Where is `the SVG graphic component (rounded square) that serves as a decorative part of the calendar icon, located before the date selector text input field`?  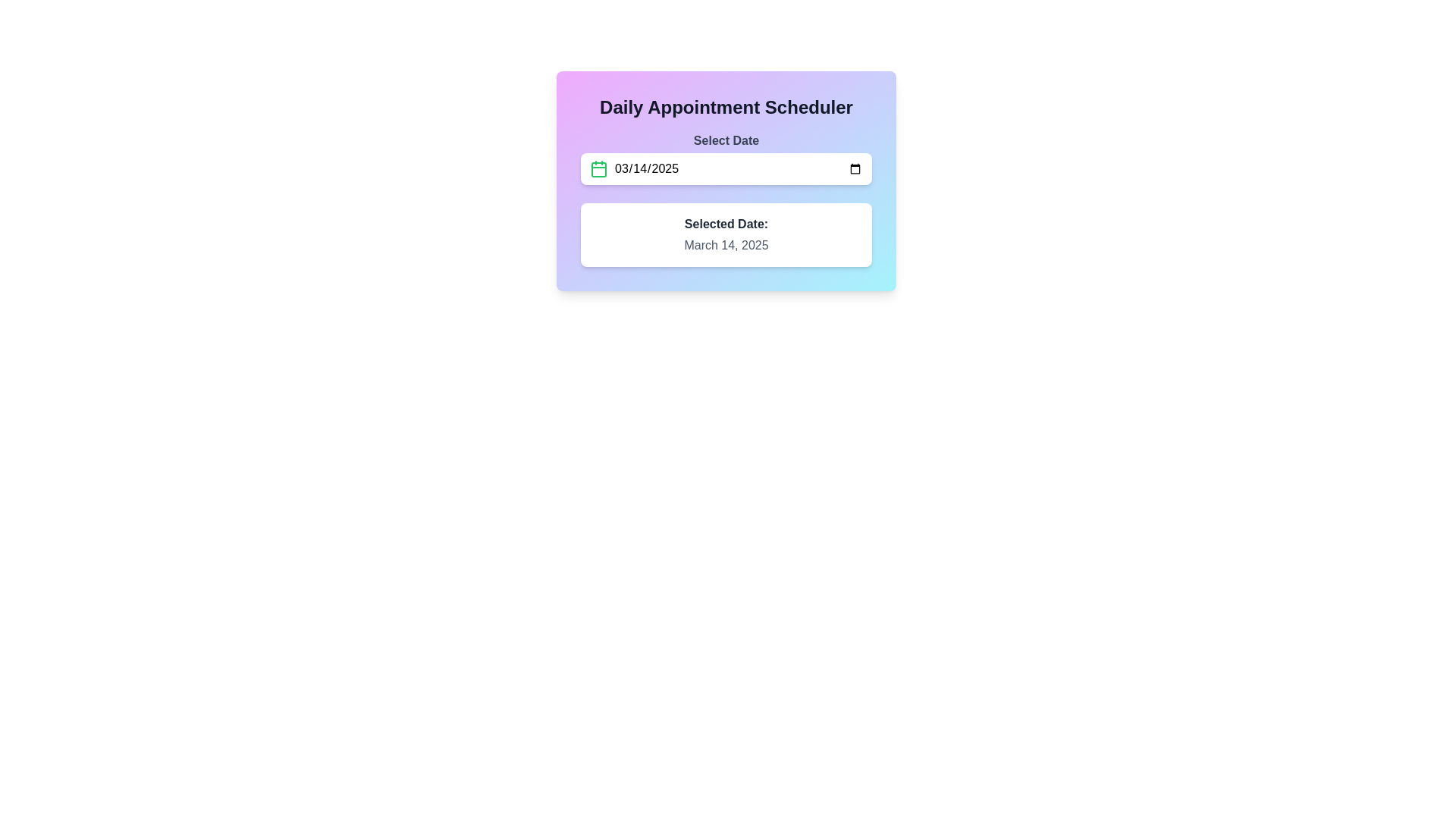 the SVG graphic component (rounded square) that serves as a decorative part of the calendar icon, located before the date selector text input field is located at coordinates (598, 169).